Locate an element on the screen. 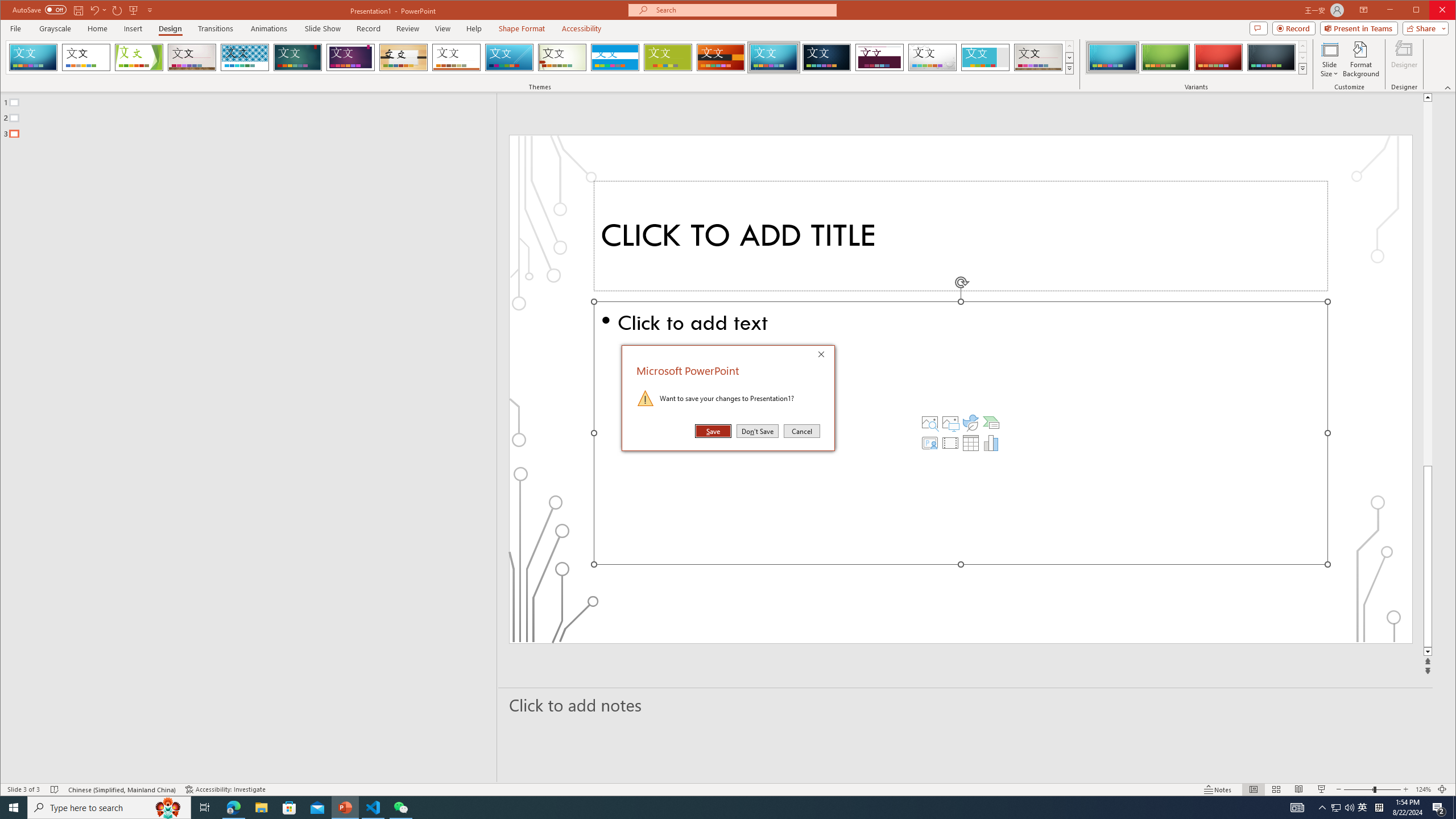 The height and width of the screenshot is (819, 1456). 'Basis' is located at coordinates (668, 57).